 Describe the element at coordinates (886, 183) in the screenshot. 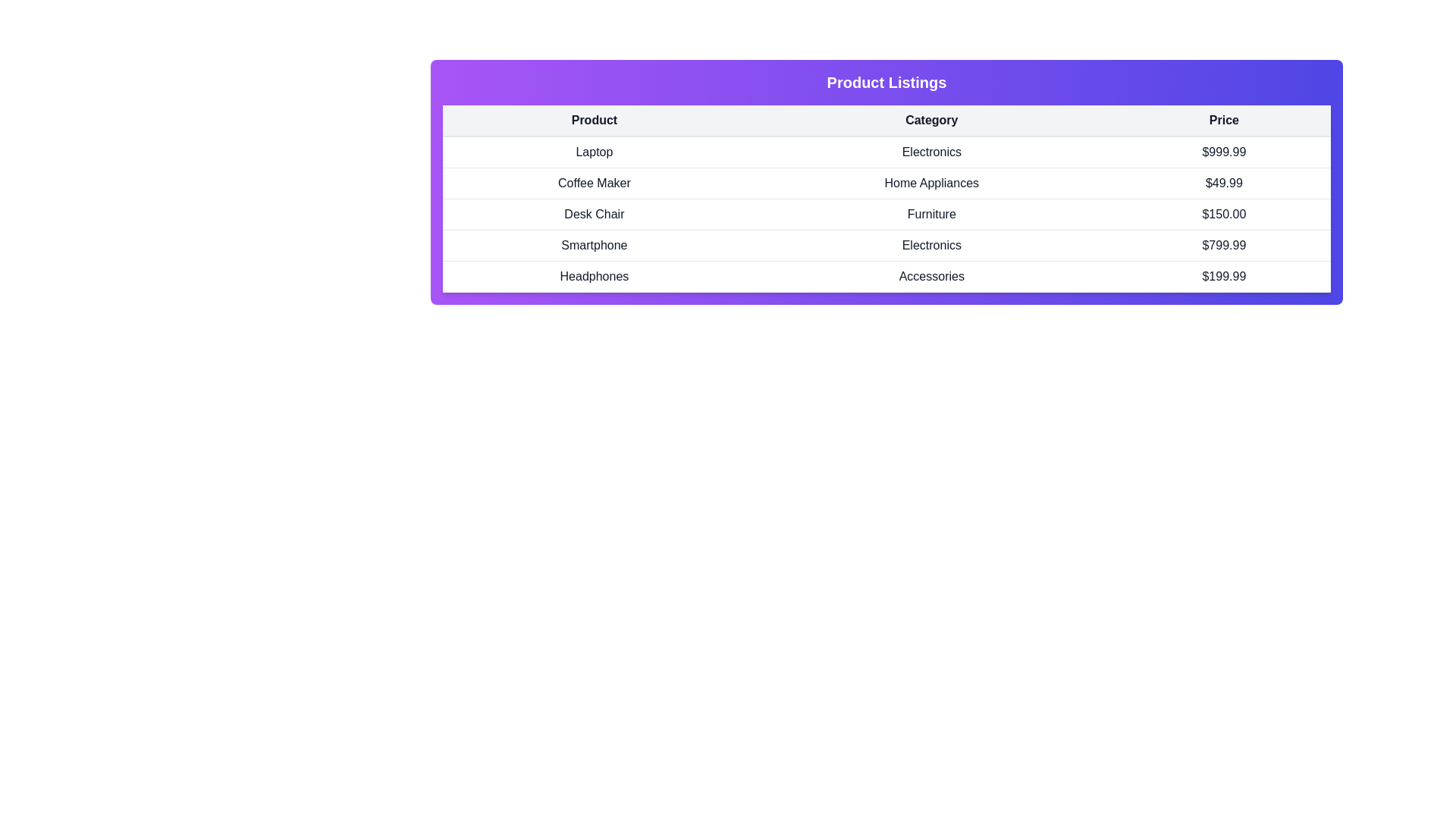

I see `text for the product details in the table row representing 'Coffee Maker', which is located in the second row of the table under the heading row` at that location.